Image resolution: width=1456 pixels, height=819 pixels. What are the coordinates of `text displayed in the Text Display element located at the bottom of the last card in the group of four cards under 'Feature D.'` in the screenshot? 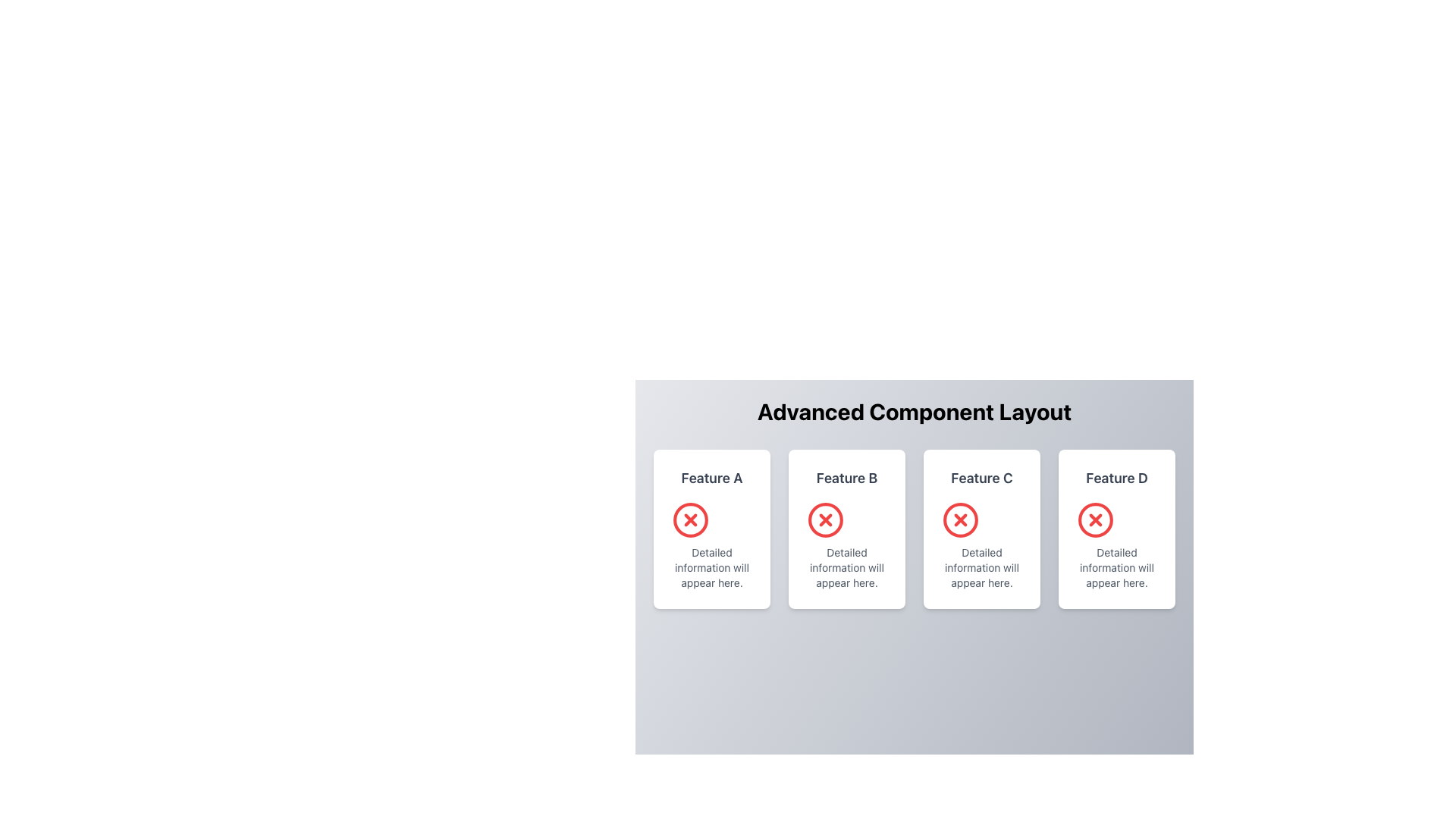 It's located at (1117, 567).